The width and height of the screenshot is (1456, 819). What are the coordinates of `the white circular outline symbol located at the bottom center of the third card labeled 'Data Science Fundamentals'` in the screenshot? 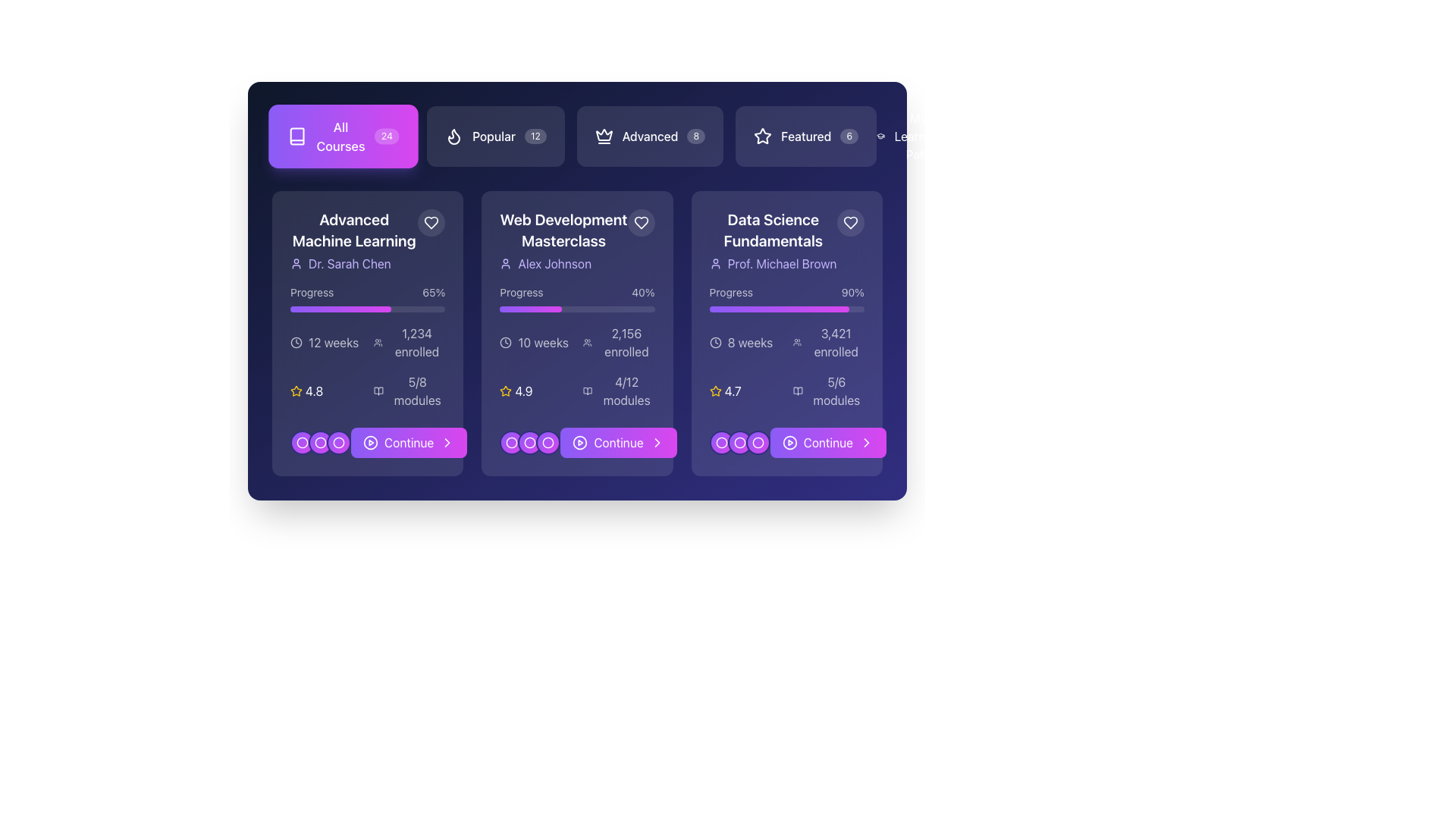 It's located at (739, 442).